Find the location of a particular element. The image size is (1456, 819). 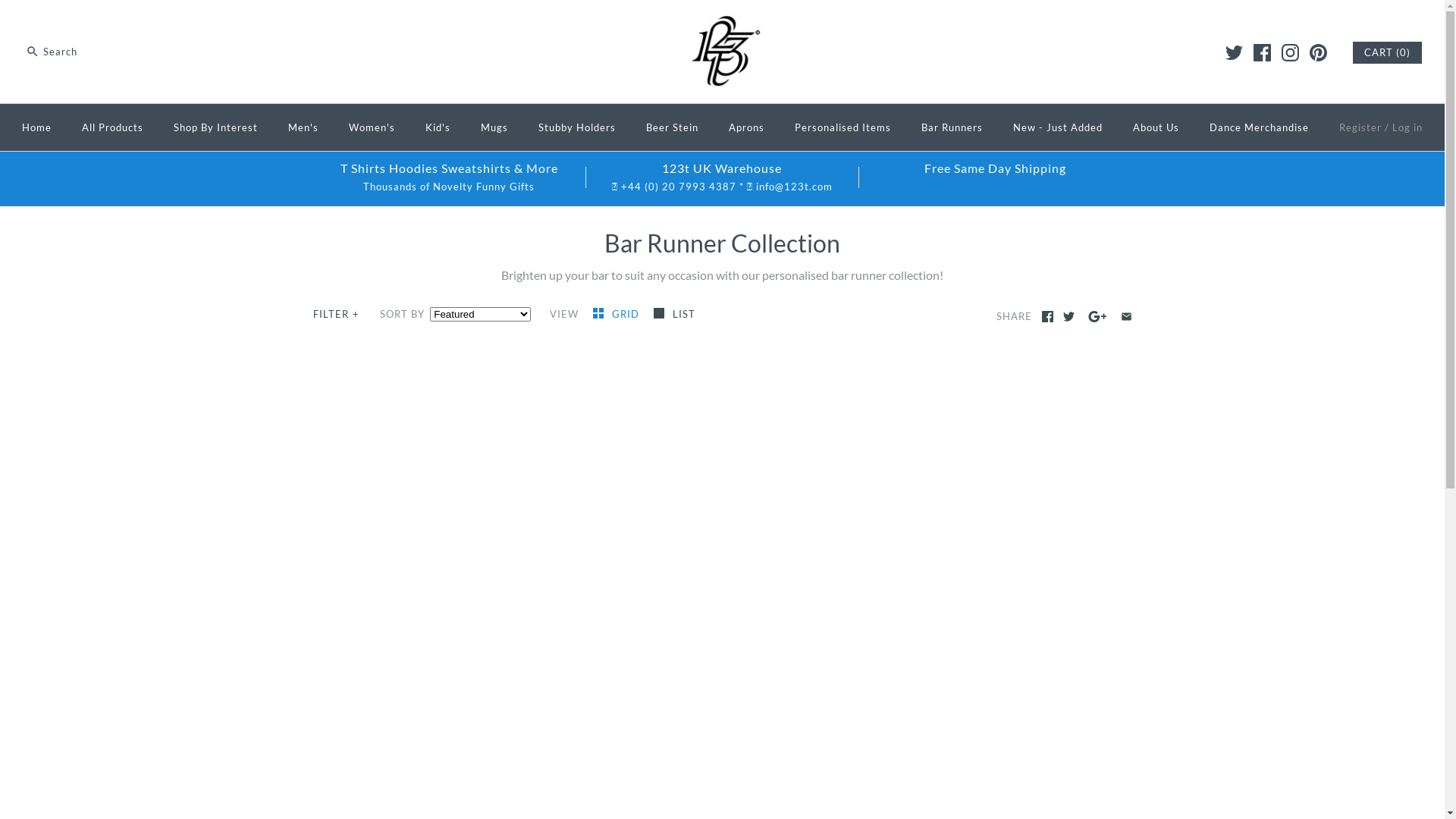

'123t UK - T-Shirts & Hoodies' is located at coordinates (722, 24).